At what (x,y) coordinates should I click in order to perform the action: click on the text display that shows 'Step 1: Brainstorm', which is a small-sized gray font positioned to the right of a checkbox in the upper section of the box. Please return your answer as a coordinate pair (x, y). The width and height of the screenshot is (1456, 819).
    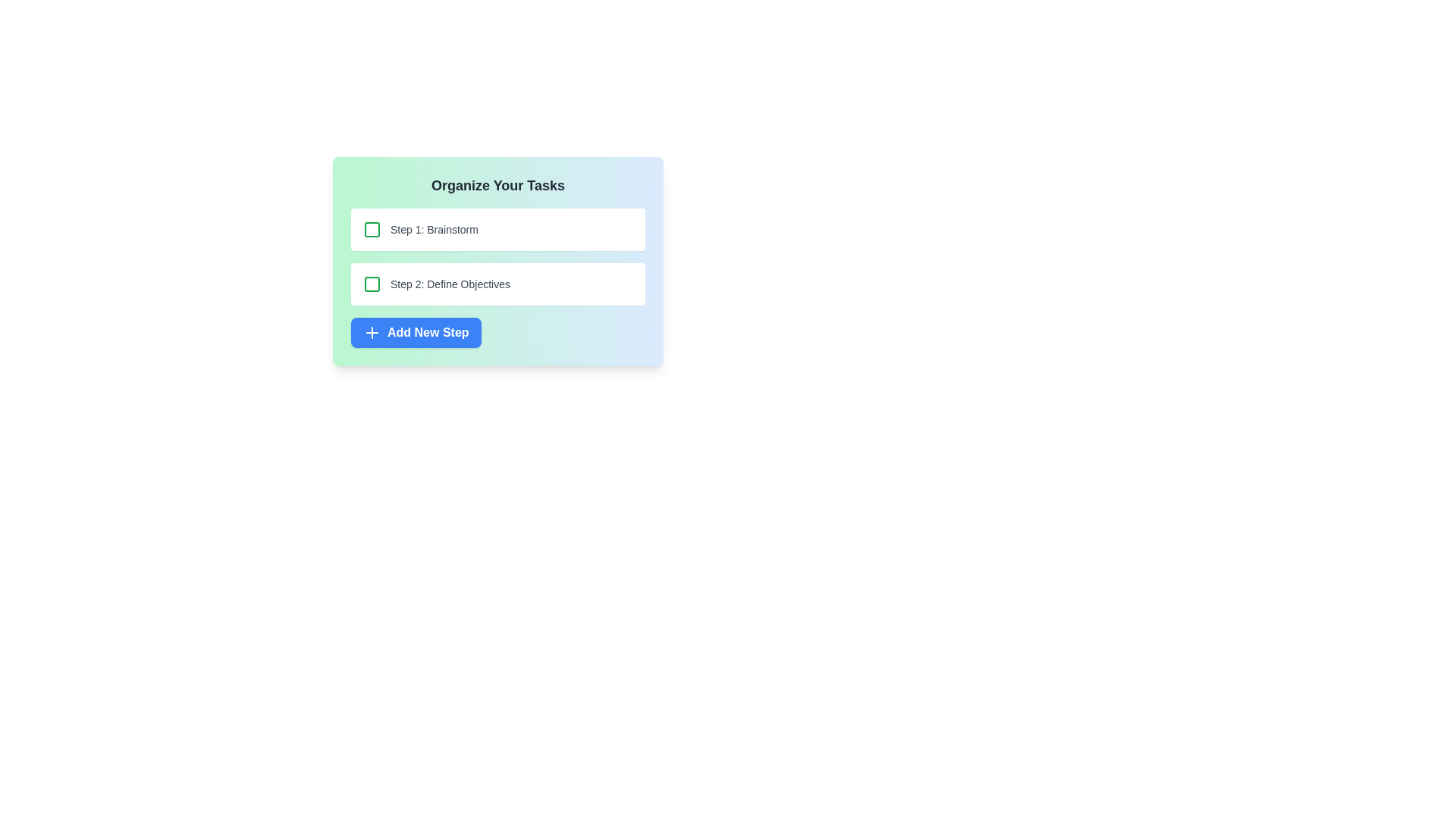
    Looking at the image, I should click on (433, 230).